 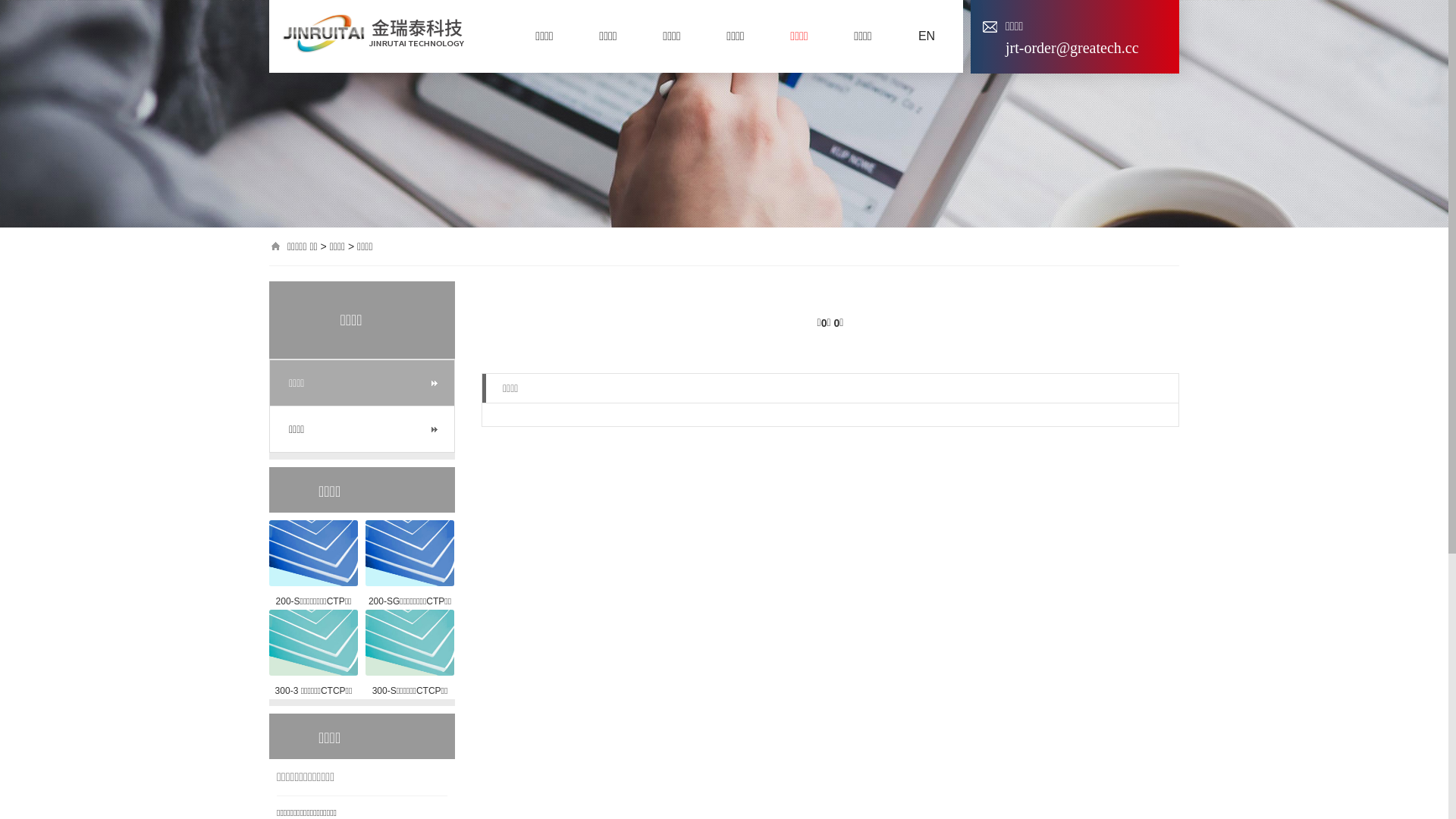 I want to click on 'EN', so click(x=926, y=35).